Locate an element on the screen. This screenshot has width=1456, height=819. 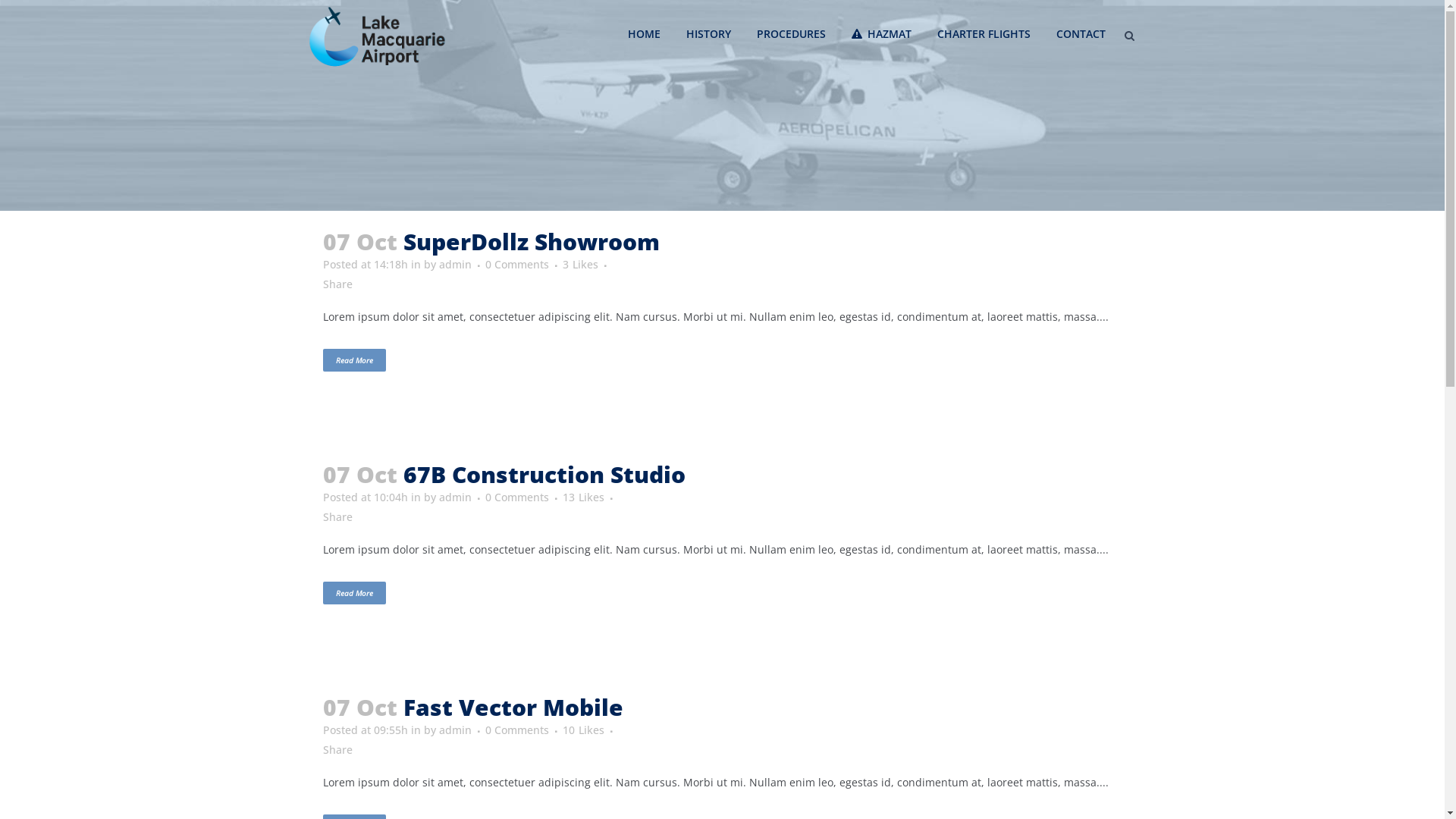
'0 Comments' is located at coordinates (484, 729).